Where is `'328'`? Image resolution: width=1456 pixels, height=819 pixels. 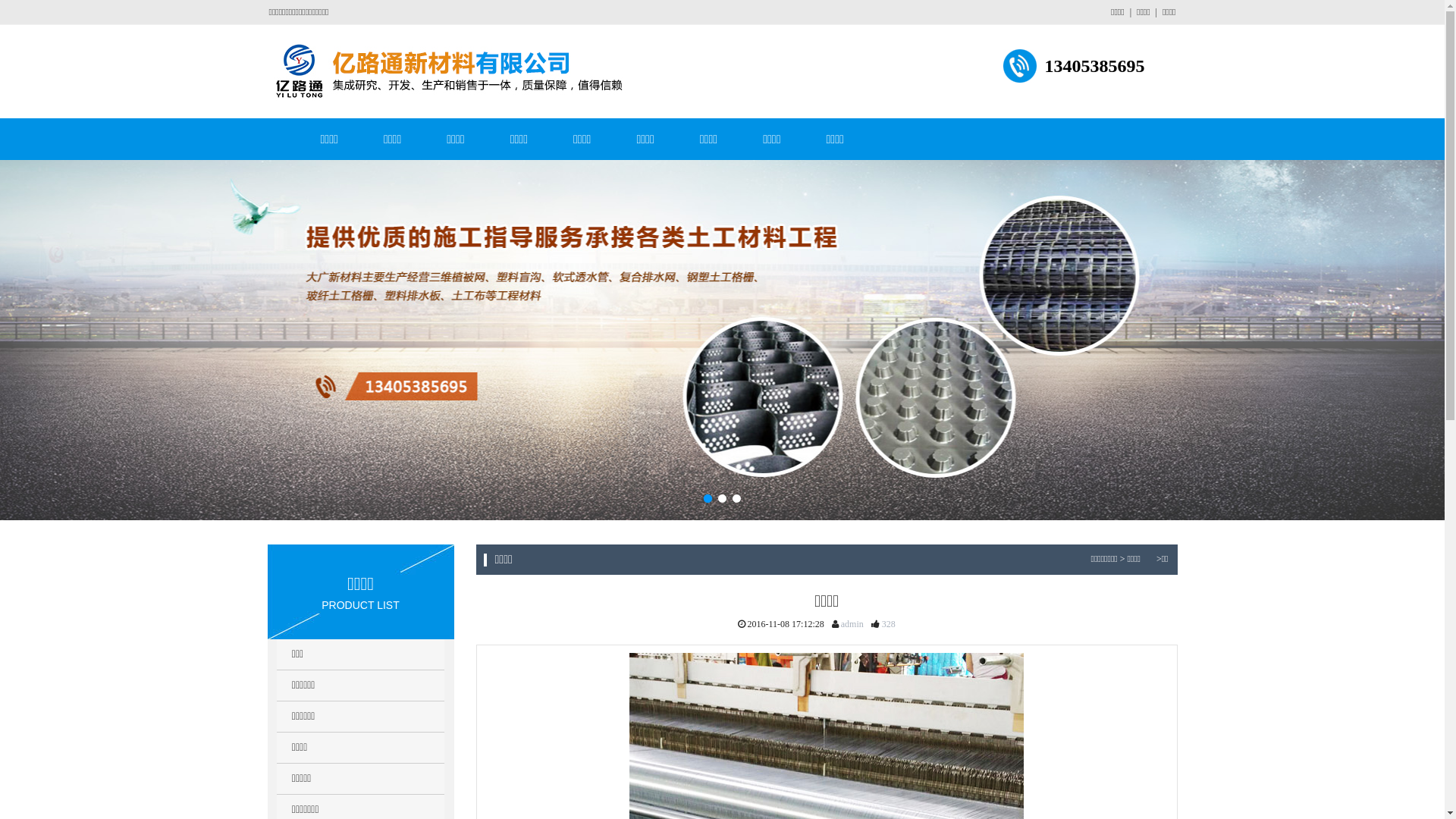 '328' is located at coordinates (880, 623).